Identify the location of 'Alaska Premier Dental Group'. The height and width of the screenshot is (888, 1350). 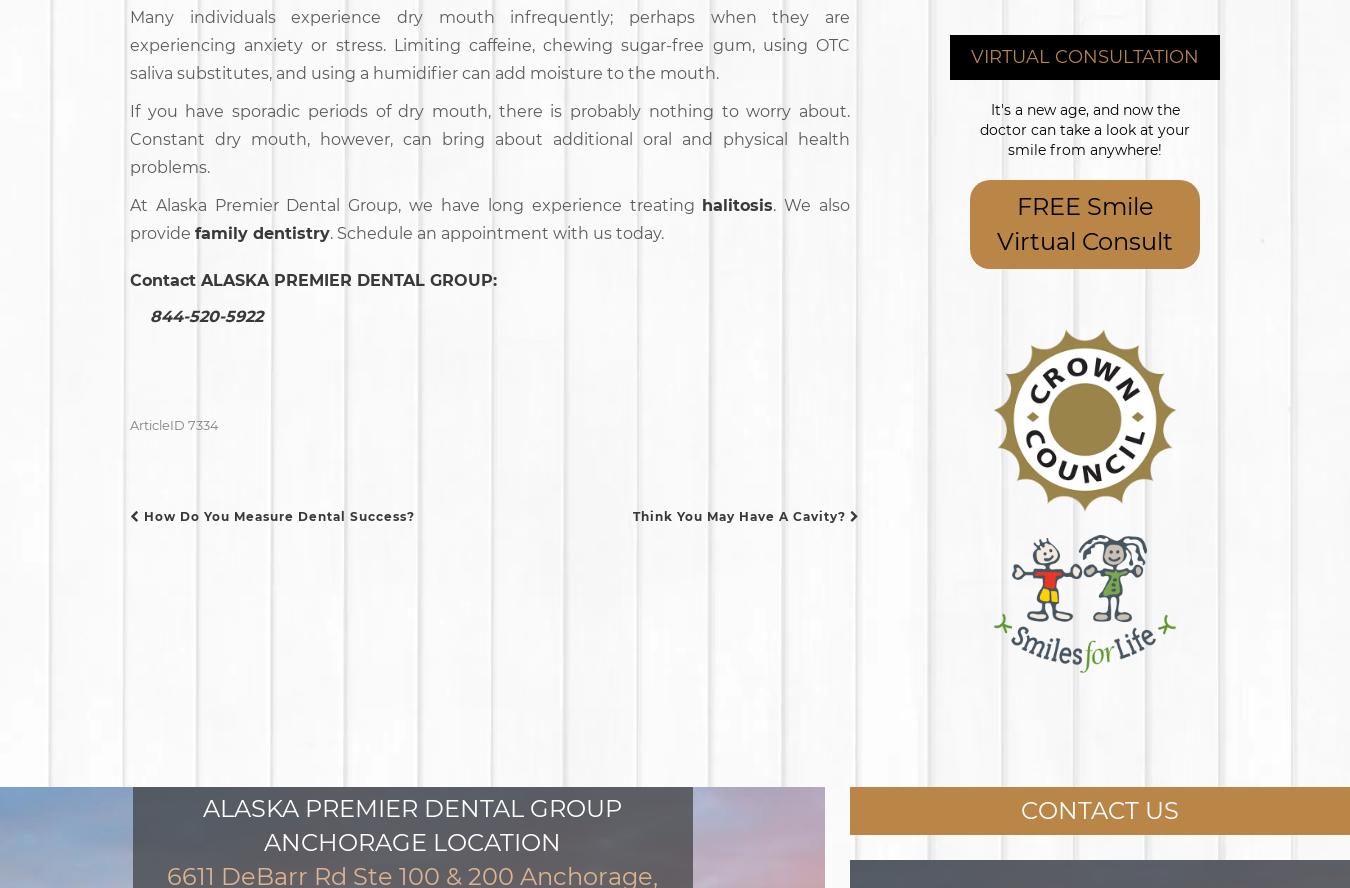
(203, 807).